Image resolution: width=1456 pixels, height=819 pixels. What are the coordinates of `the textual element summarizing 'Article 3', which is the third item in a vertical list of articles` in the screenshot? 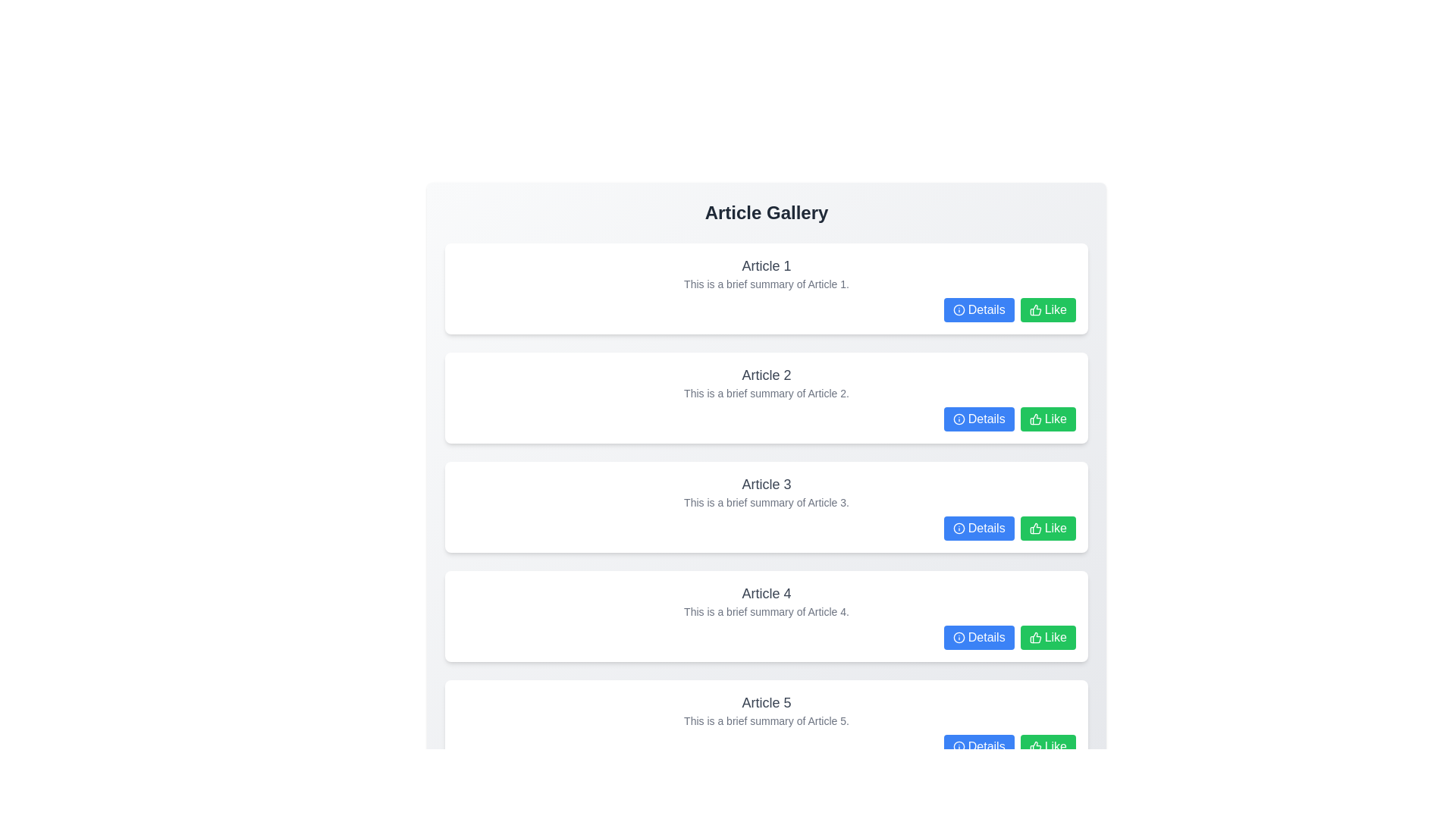 It's located at (767, 491).